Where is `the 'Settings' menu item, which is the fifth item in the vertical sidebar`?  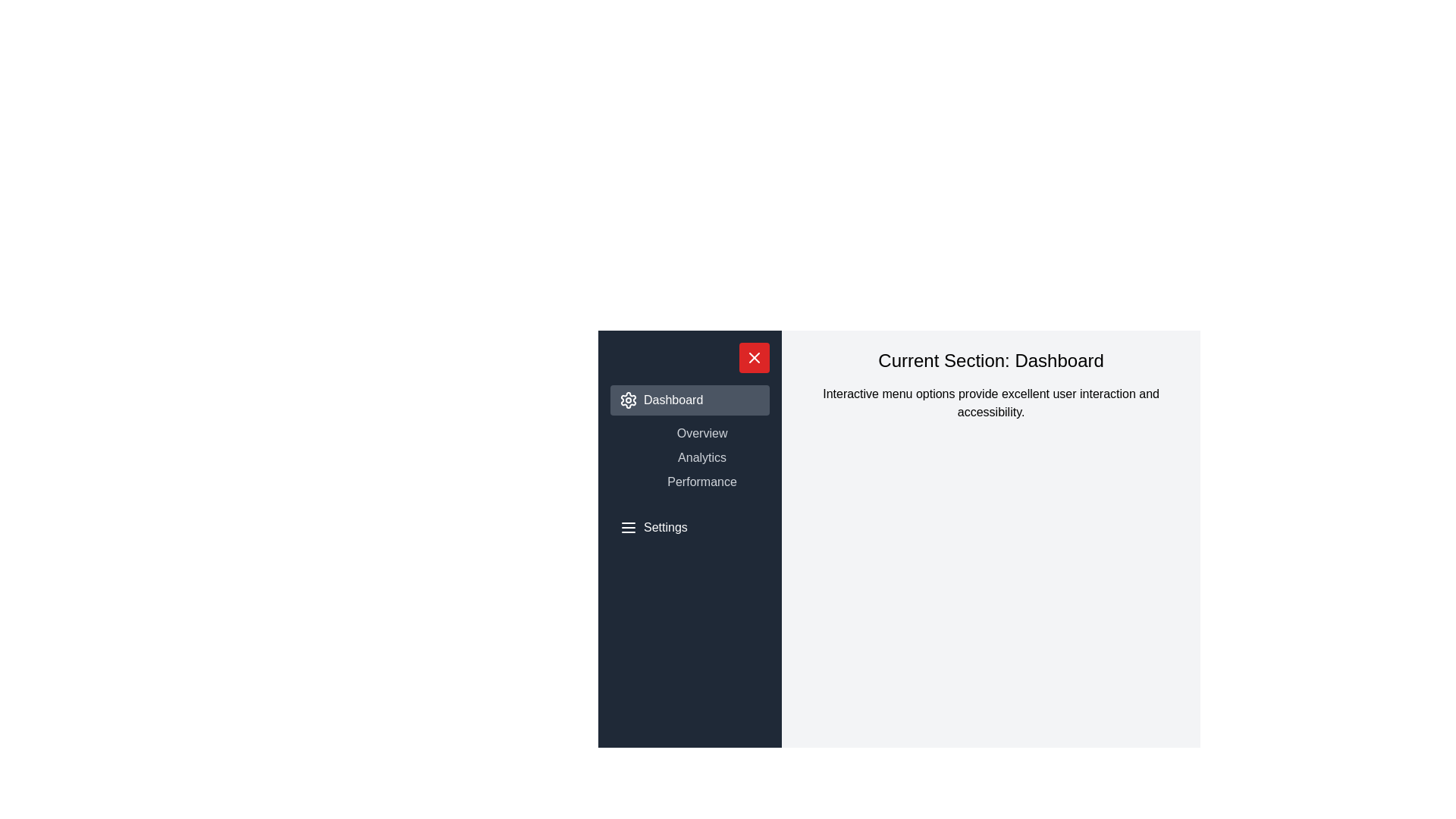
the 'Settings' menu item, which is the fifth item in the vertical sidebar is located at coordinates (689, 526).